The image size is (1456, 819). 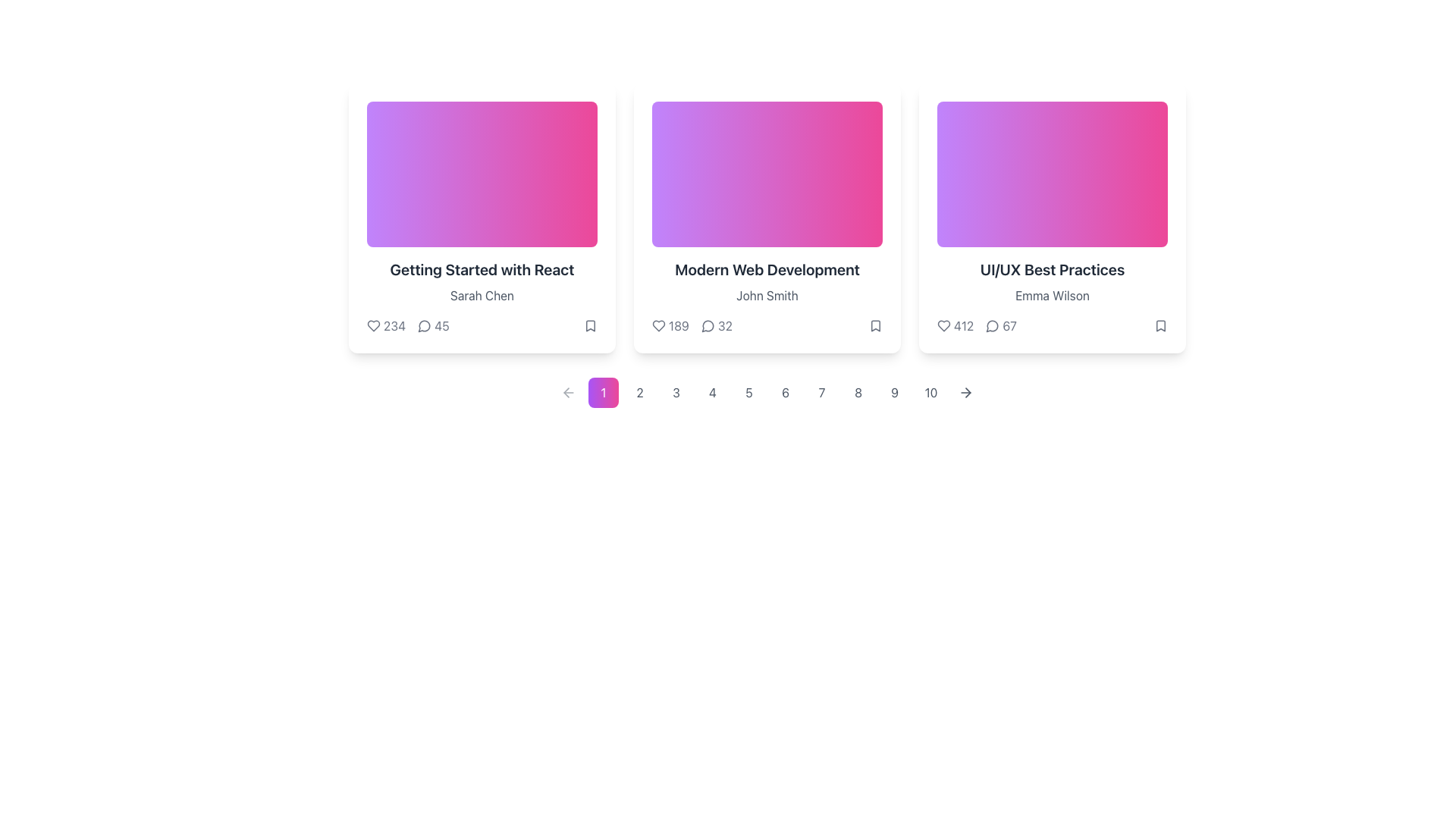 What do you see at coordinates (977, 325) in the screenshot?
I see `the heart icon and speech bubble icon in the third card's counter component` at bounding box center [977, 325].